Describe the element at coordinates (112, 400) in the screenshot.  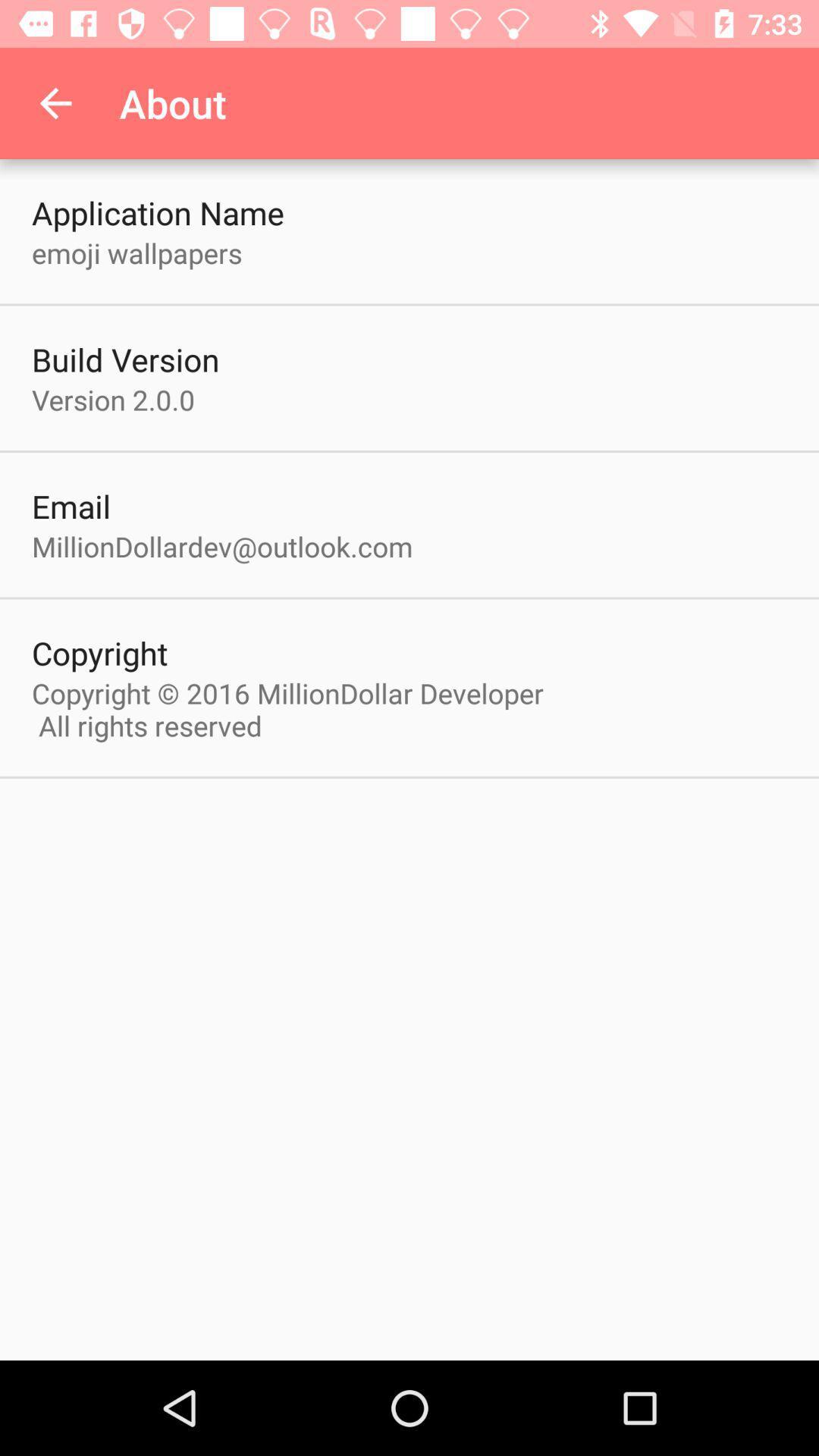
I see `the icon below the build version icon` at that location.